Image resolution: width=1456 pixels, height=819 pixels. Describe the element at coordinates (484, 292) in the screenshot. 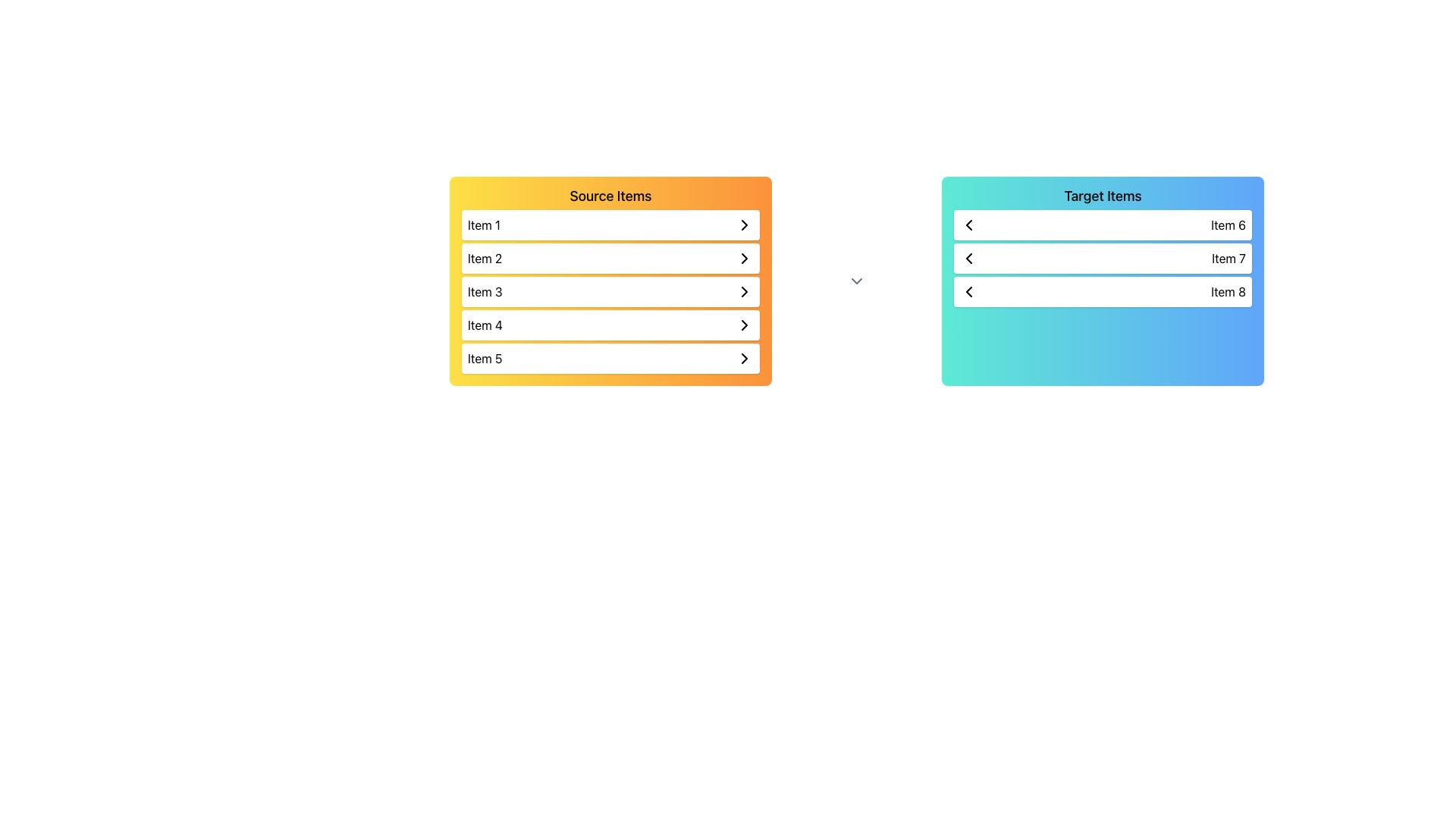

I see `text of the 'Item 3' Text label element located in the third row of the 'Source Items' box, aligned to the left` at that location.